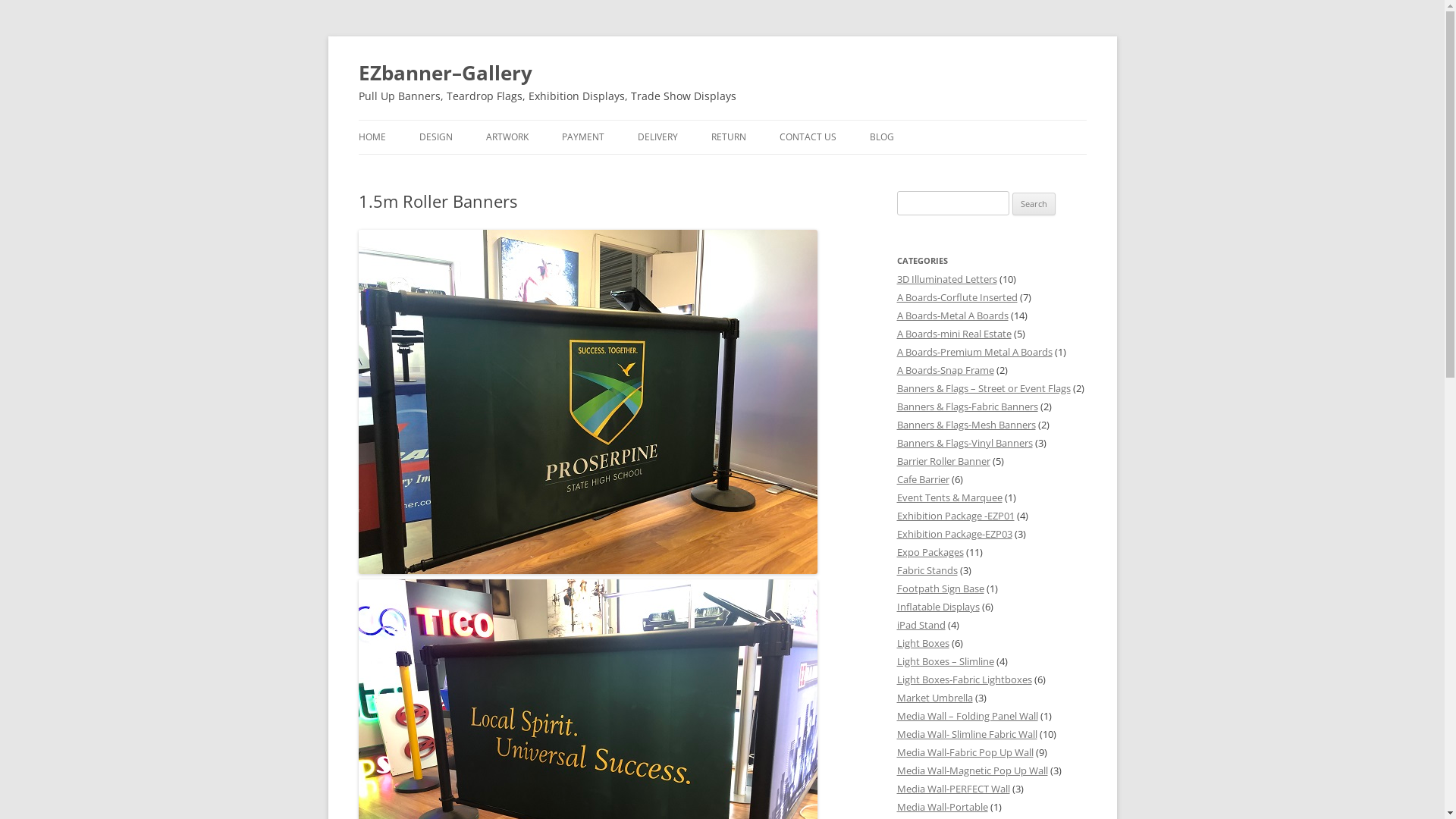  What do you see at coordinates (896, 552) in the screenshot?
I see `'Expo Packages'` at bounding box center [896, 552].